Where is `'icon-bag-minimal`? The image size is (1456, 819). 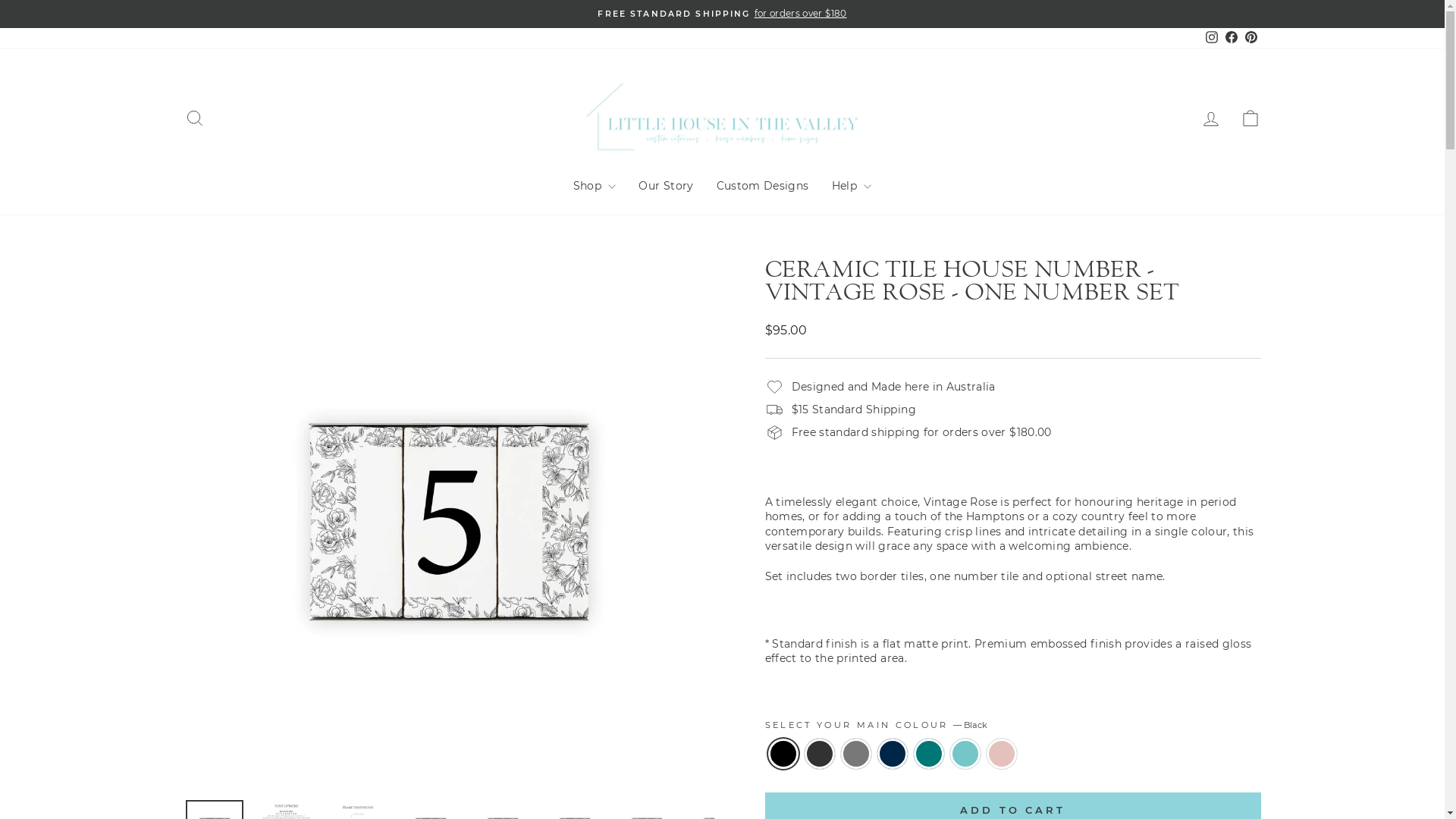
'icon-bag-minimal is located at coordinates (1249, 118).